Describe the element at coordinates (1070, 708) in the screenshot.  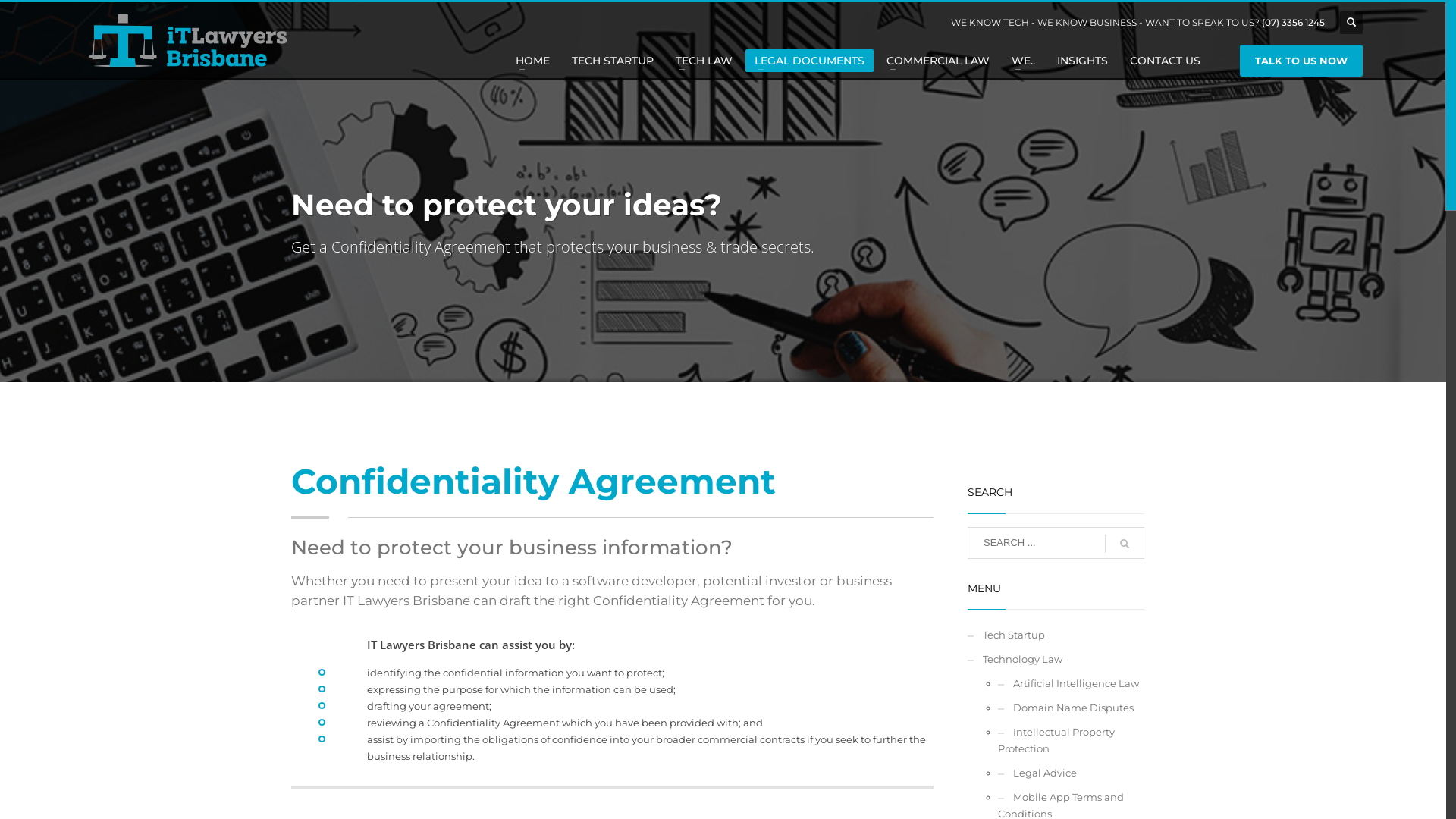
I see `'Domain Name Disputes'` at that location.